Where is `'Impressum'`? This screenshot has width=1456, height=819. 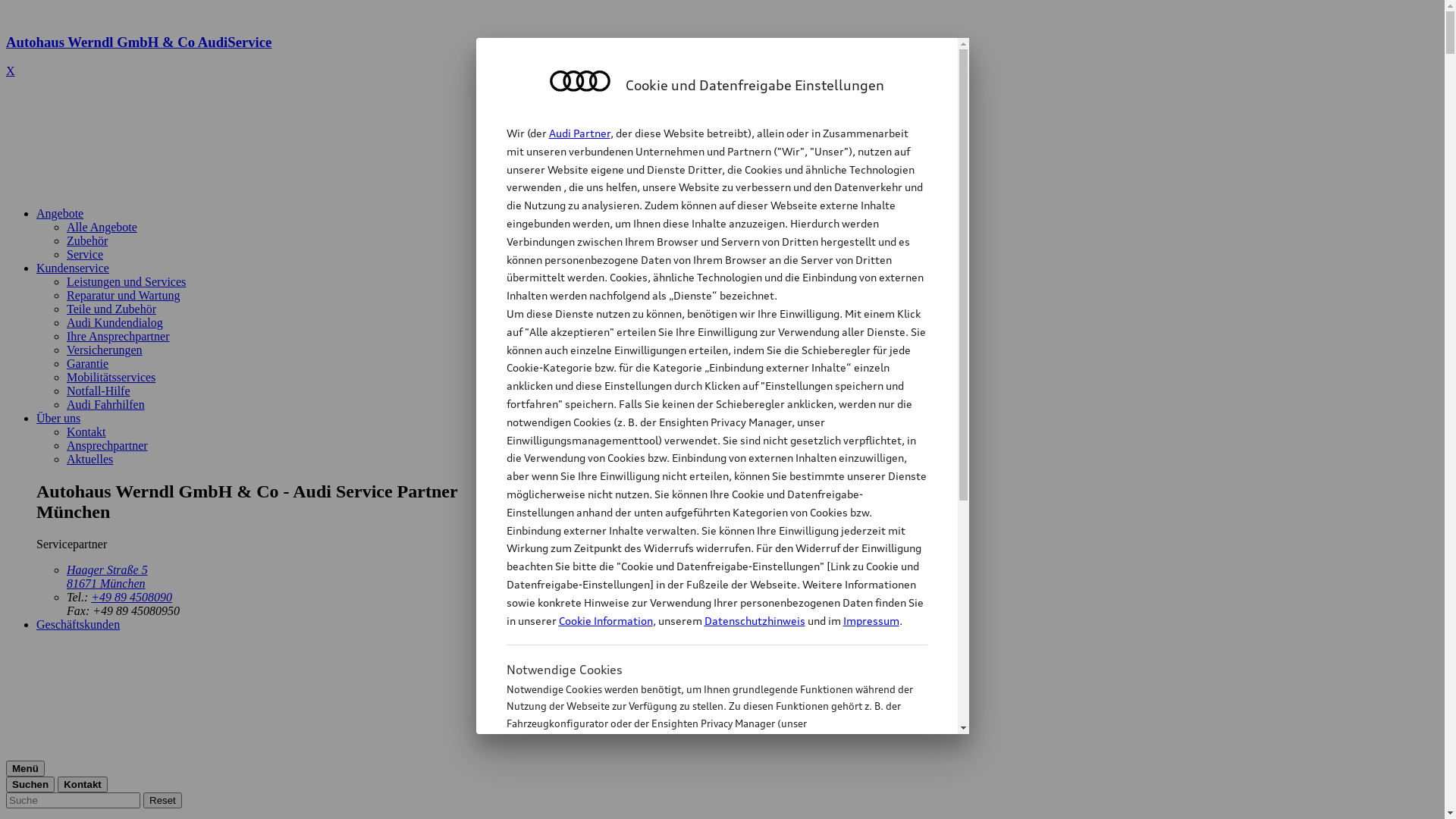
'Impressum' is located at coordinates (843, 620).